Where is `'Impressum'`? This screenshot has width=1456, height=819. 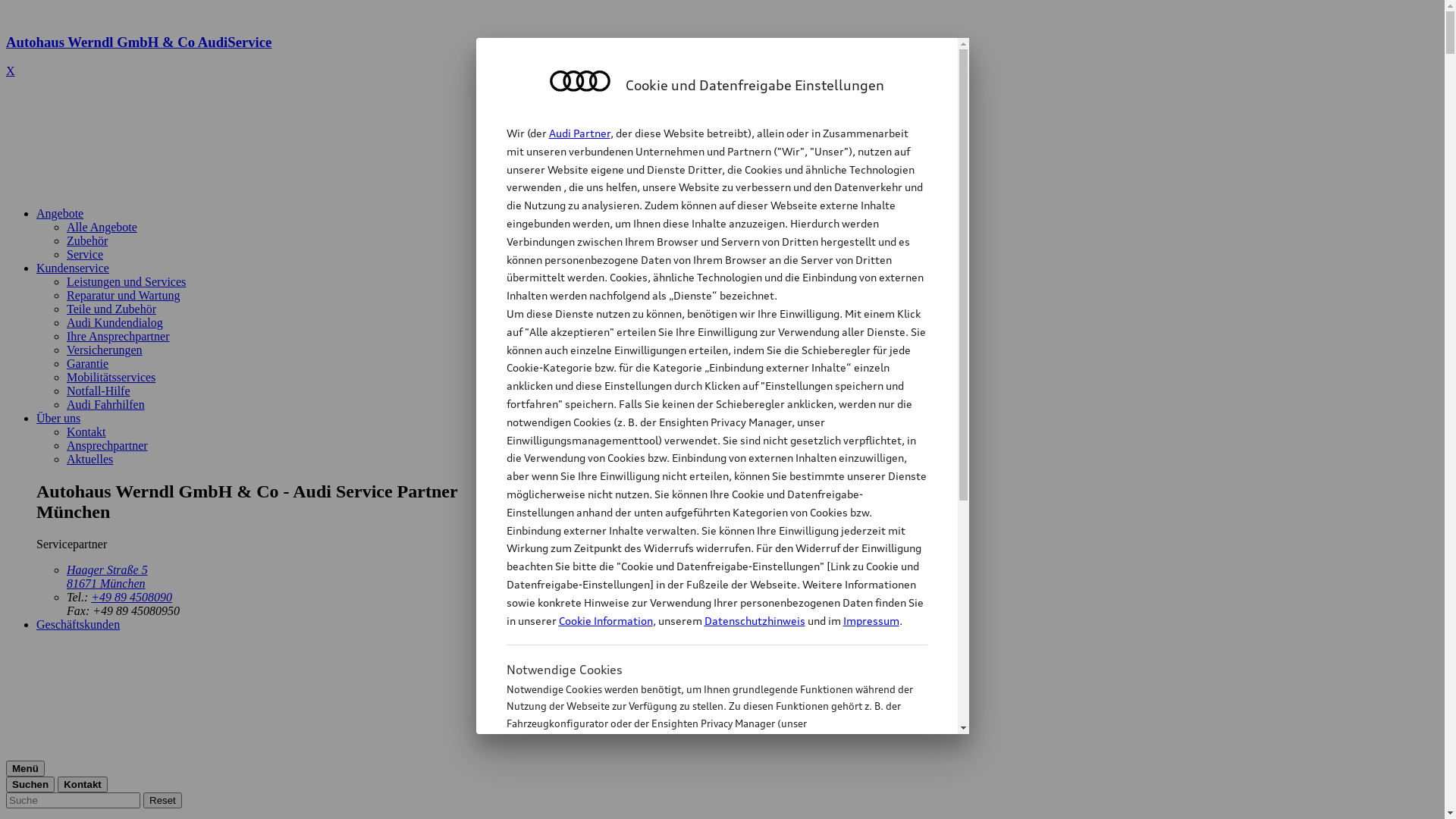
'Impressum' is located at coordinates (843, 620).